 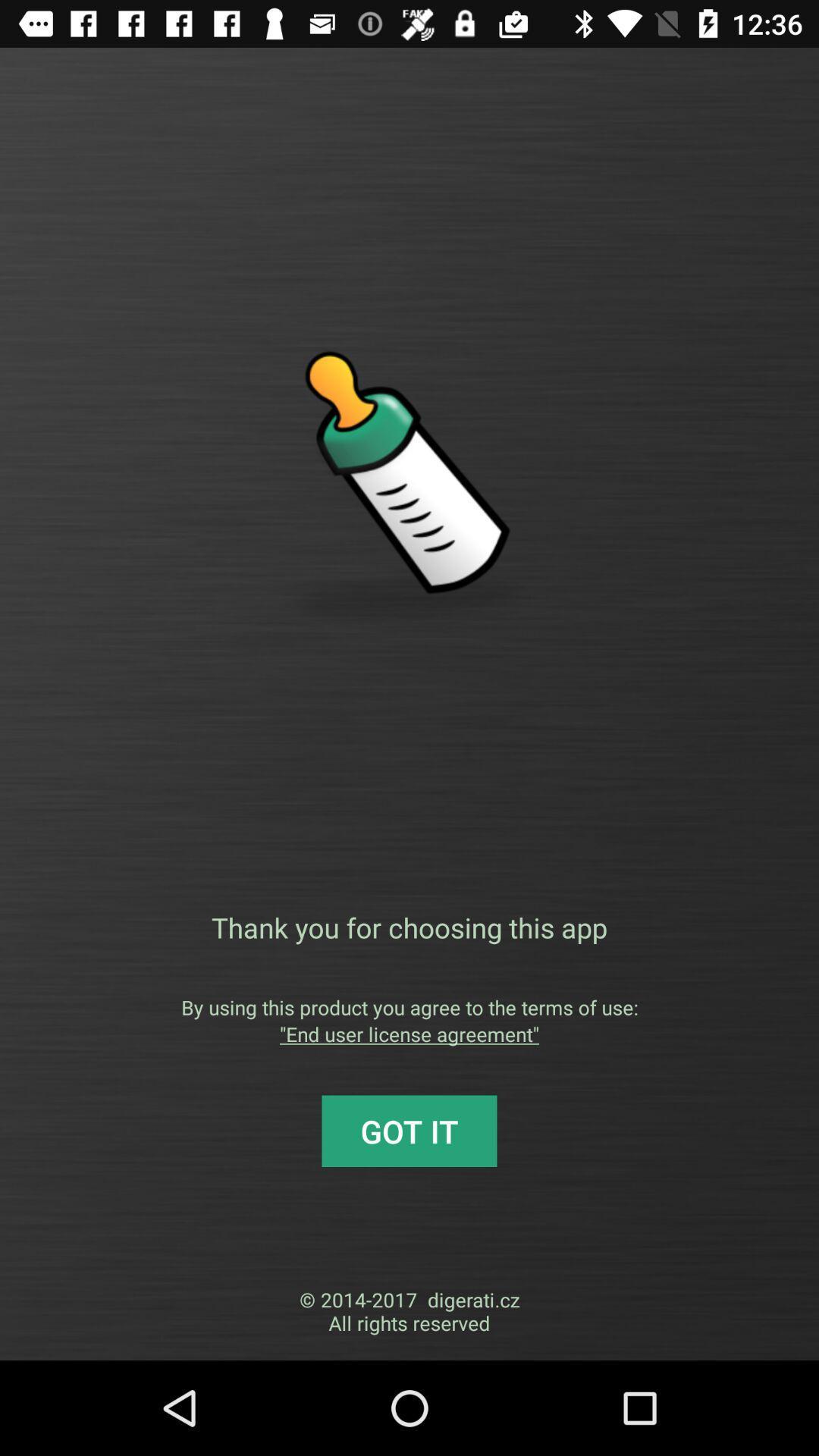 I want to click on the item below the end user license item, so click(x=409, y=1131).